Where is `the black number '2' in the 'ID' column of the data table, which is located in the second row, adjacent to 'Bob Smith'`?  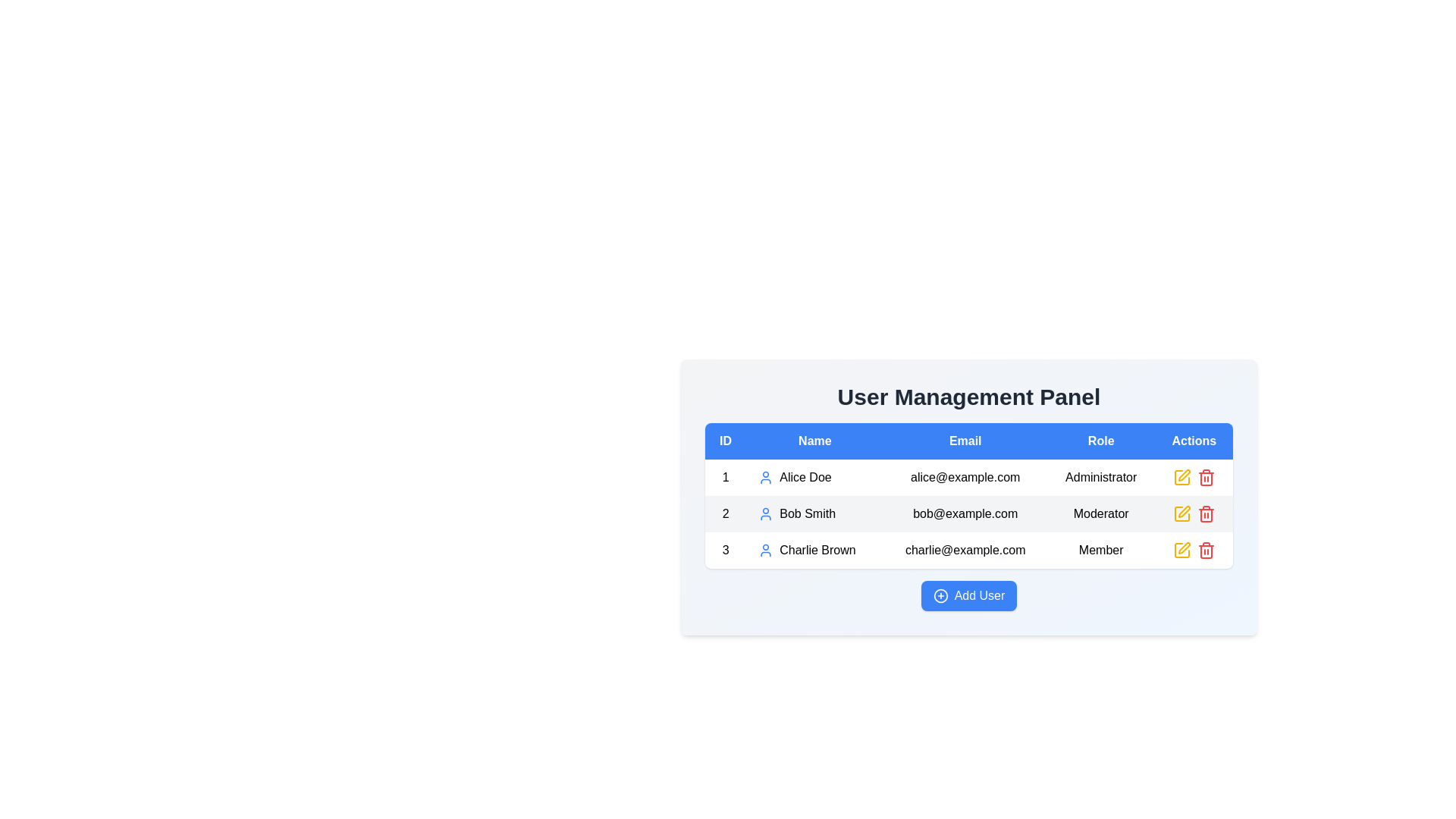
the black number '2' in the 'ID' column of the data table, which is located in the second row, adjacent to 'Bob Smith' is located at coordinates (725, 513).